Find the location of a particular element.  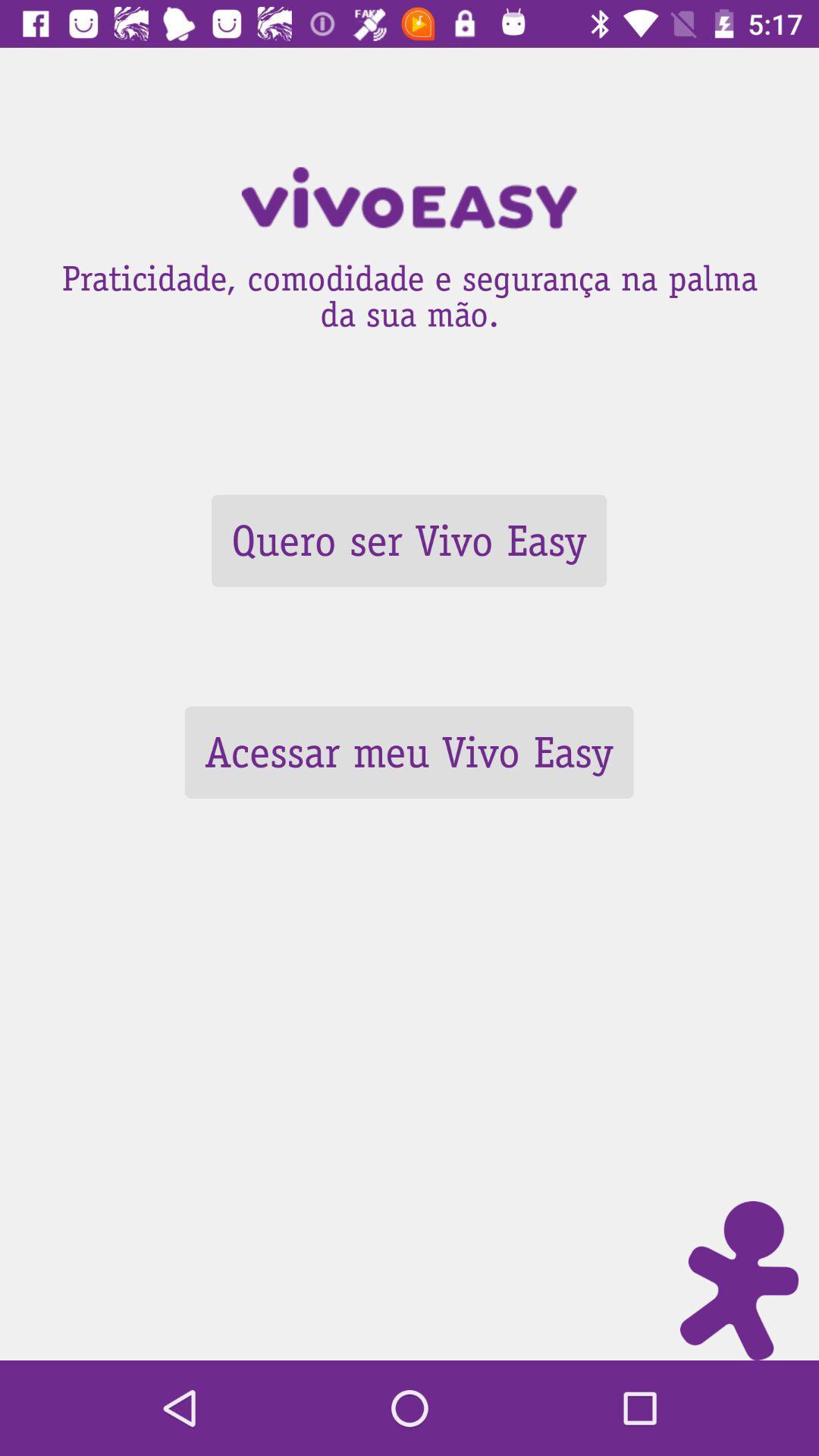

the item below quero ser vivo is located at coordinates (408, 752).